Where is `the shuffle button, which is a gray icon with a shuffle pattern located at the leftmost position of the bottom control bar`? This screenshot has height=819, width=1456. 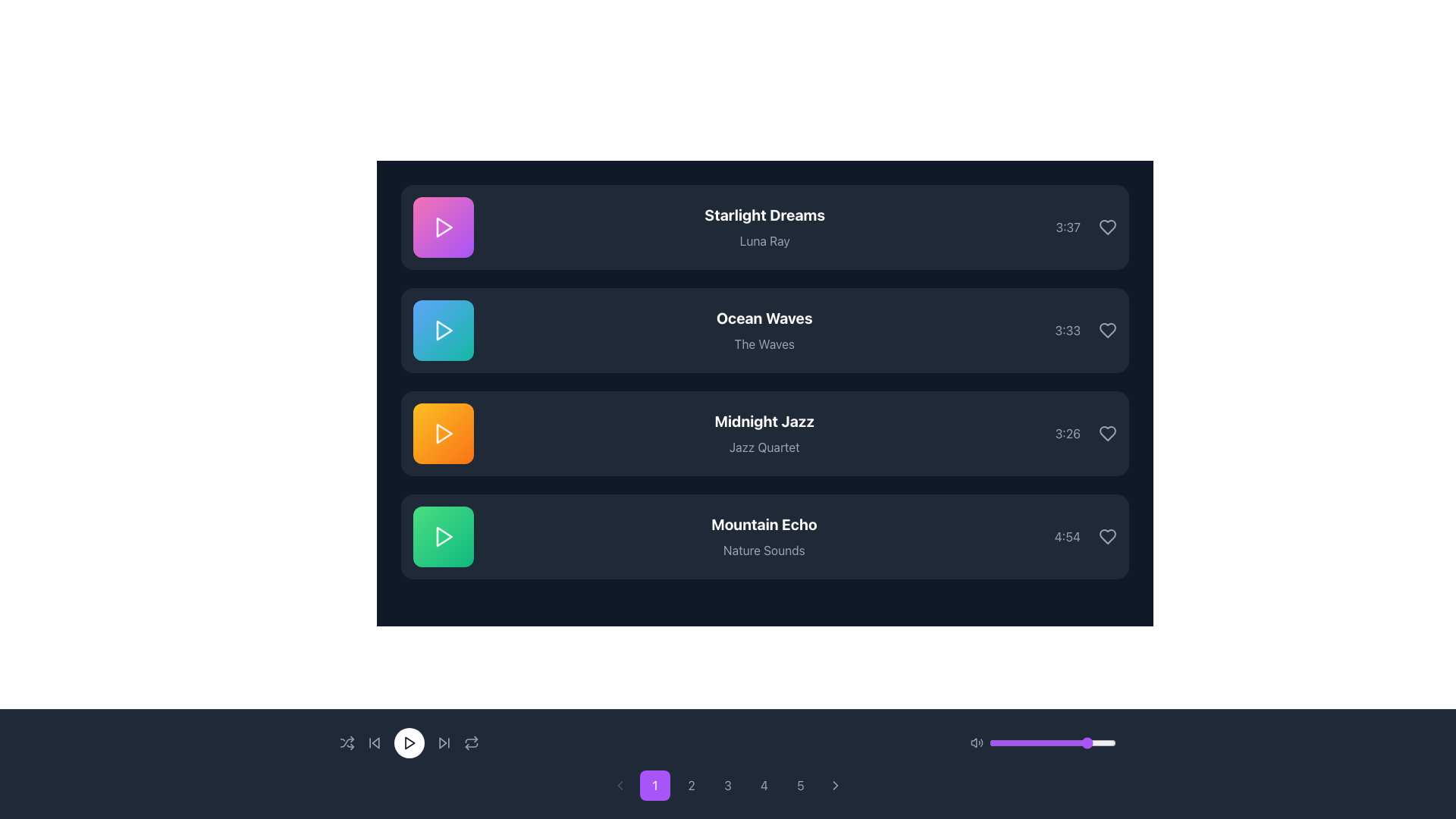
the shuffle button, which is a gray icon with a shuffle pattern located at the leftmost position of the bottom control bar is located at coordinates (346, 742).